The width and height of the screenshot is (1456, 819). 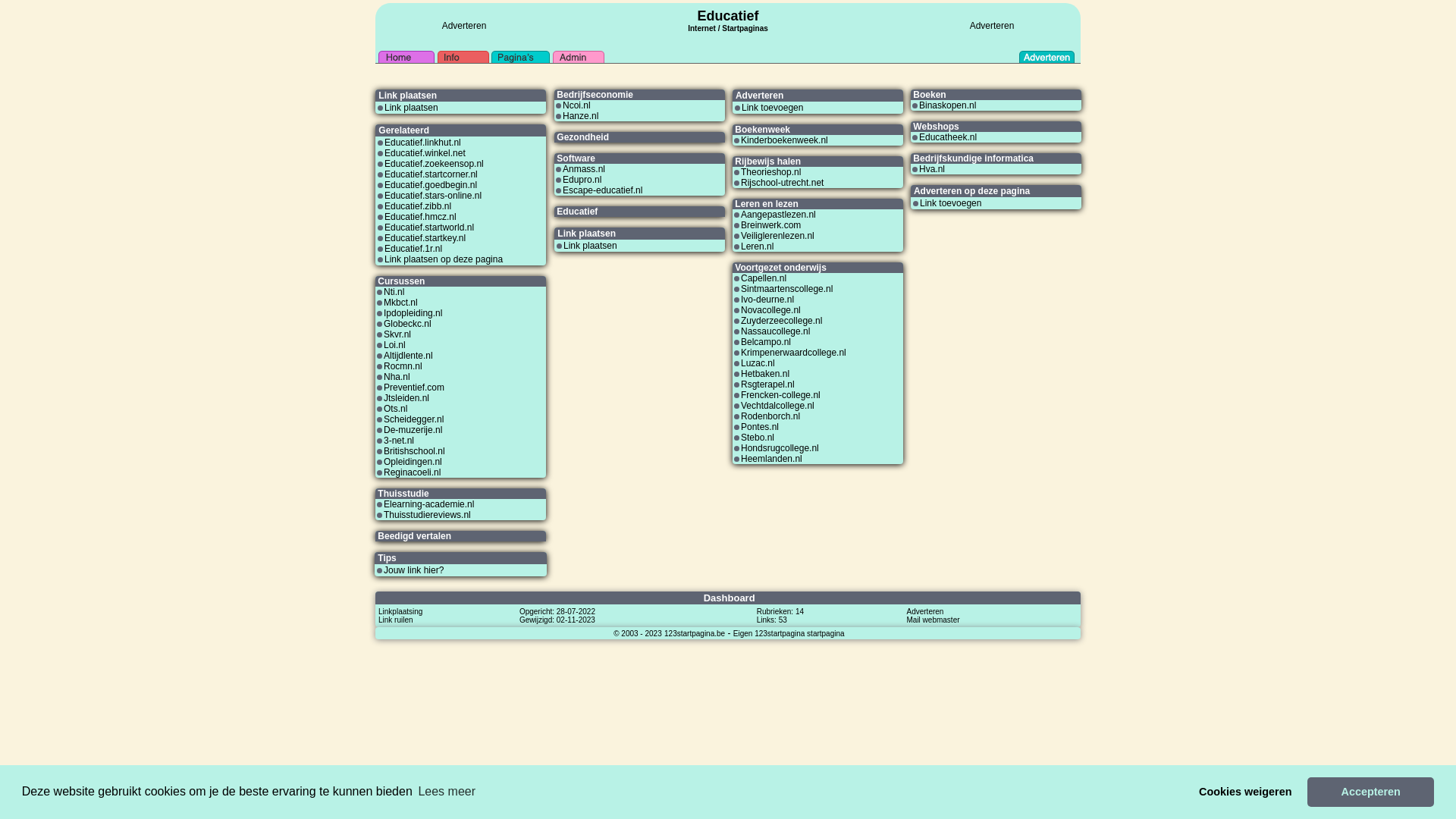 I want to click on 'Linkplaatsing', so click(x=400, y=610).